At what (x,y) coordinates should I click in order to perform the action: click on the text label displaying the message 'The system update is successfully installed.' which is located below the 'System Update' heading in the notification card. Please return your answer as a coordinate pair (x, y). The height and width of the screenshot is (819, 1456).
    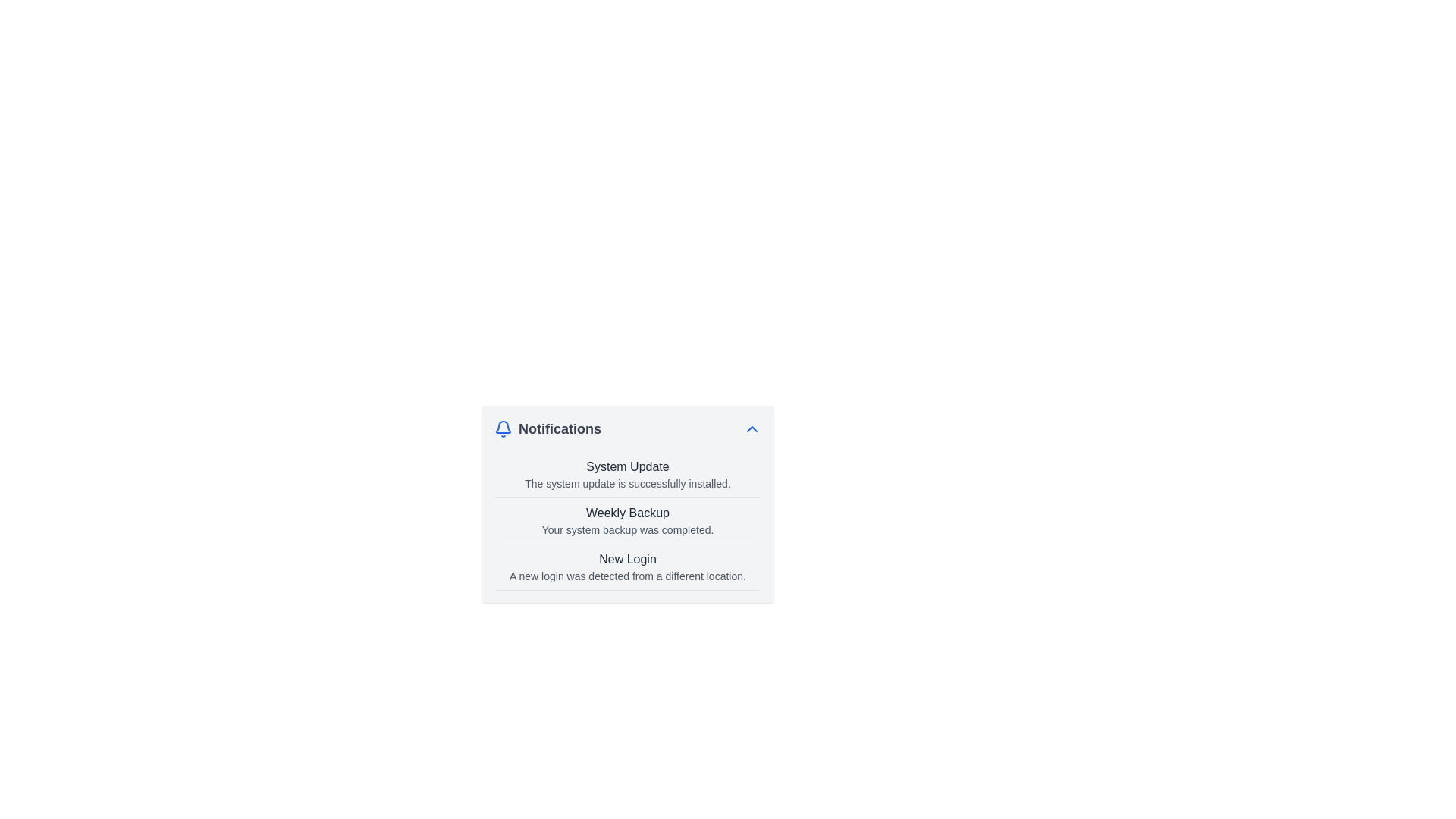
    Looking at the image, I should click on (628, 483).